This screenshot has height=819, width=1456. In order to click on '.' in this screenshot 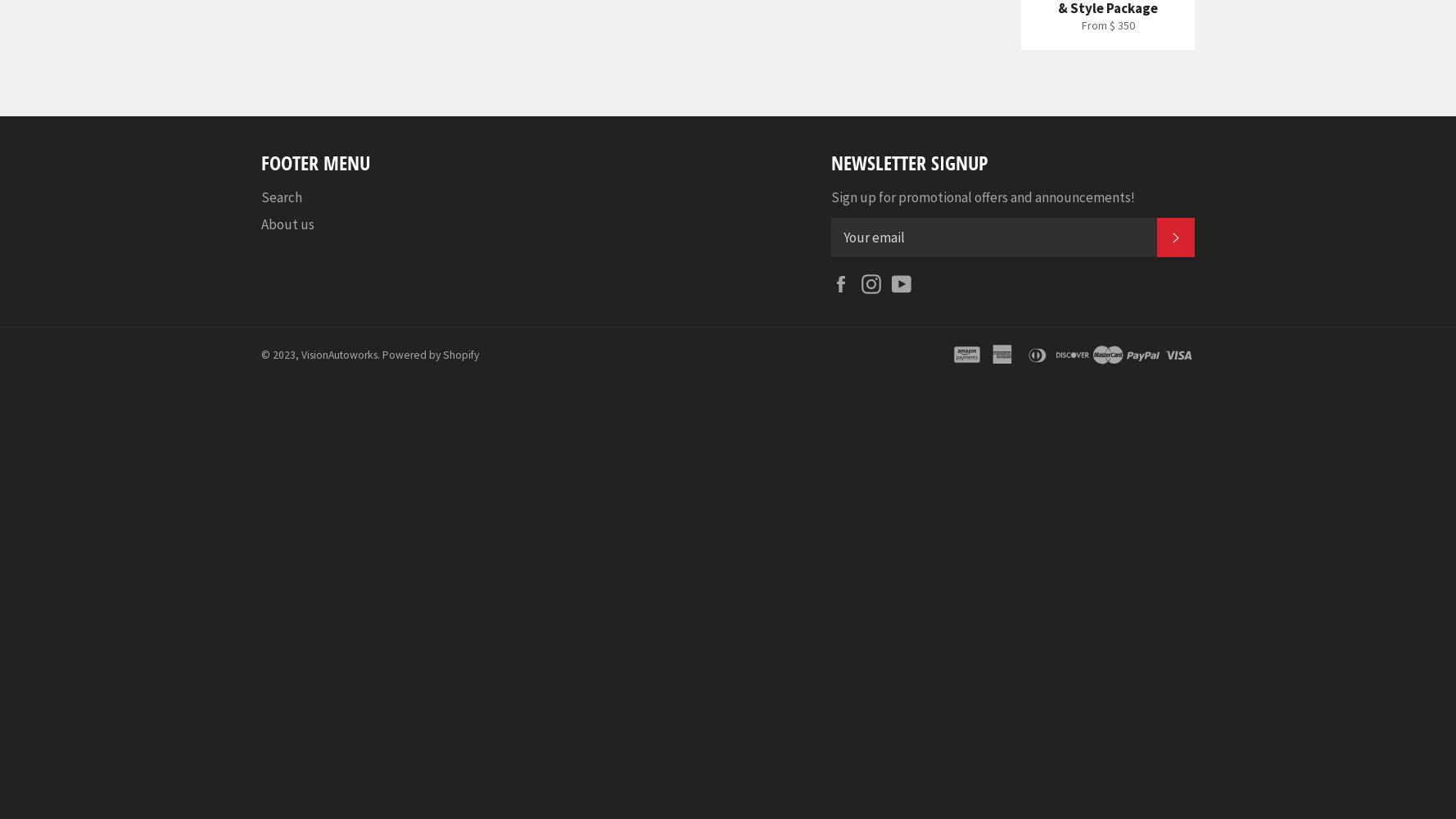, I will do `click(379, 354)`.